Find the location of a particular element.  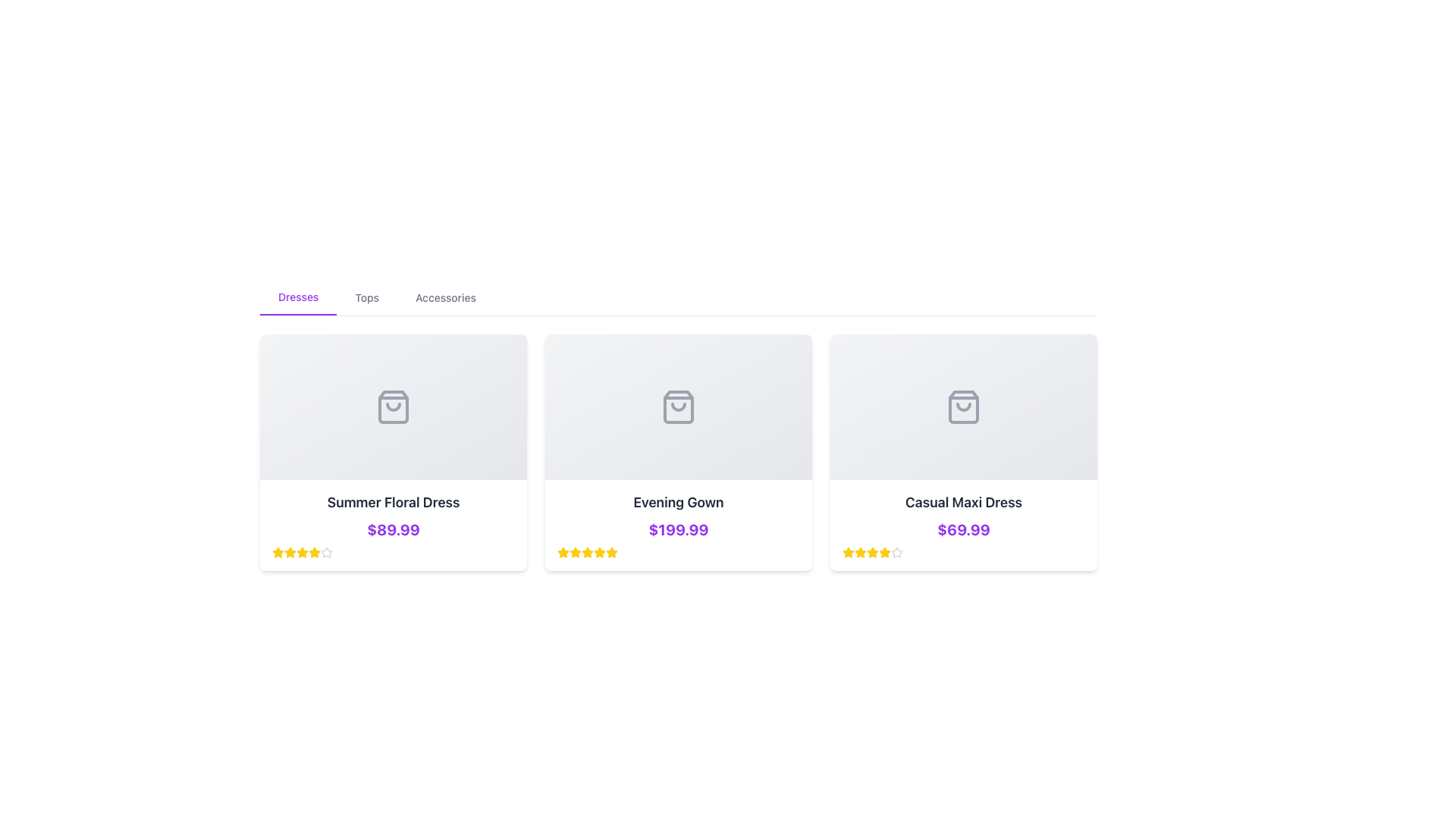

the Information panel displaying details of the 'Evening Gown', which includes the product name, price, and rating stars is located at coordinates (677, 525).